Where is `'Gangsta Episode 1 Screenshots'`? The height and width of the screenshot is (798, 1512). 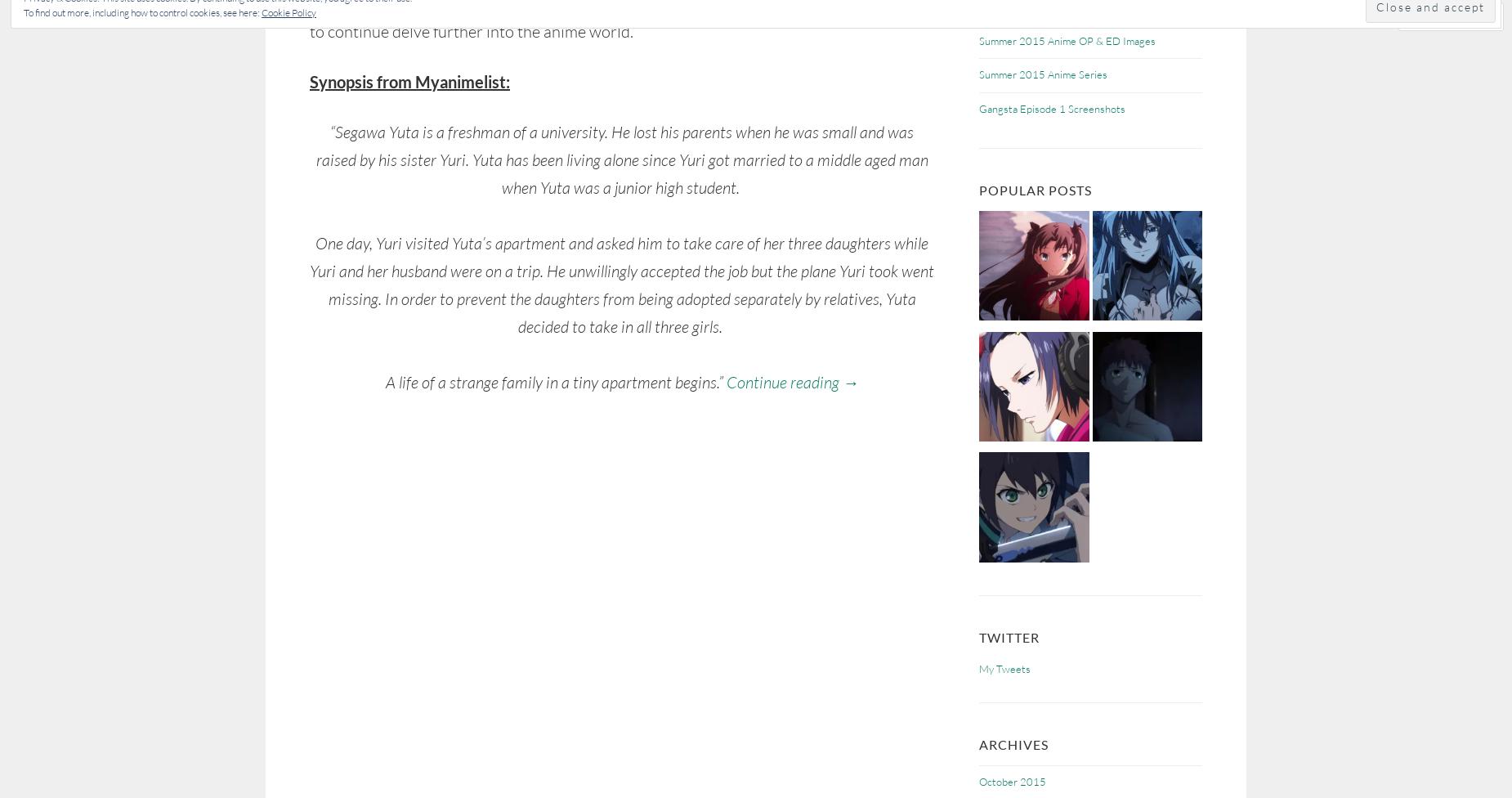
'Gangsta Episode 1 Screenshots' is located at coordinates (1051, 106).